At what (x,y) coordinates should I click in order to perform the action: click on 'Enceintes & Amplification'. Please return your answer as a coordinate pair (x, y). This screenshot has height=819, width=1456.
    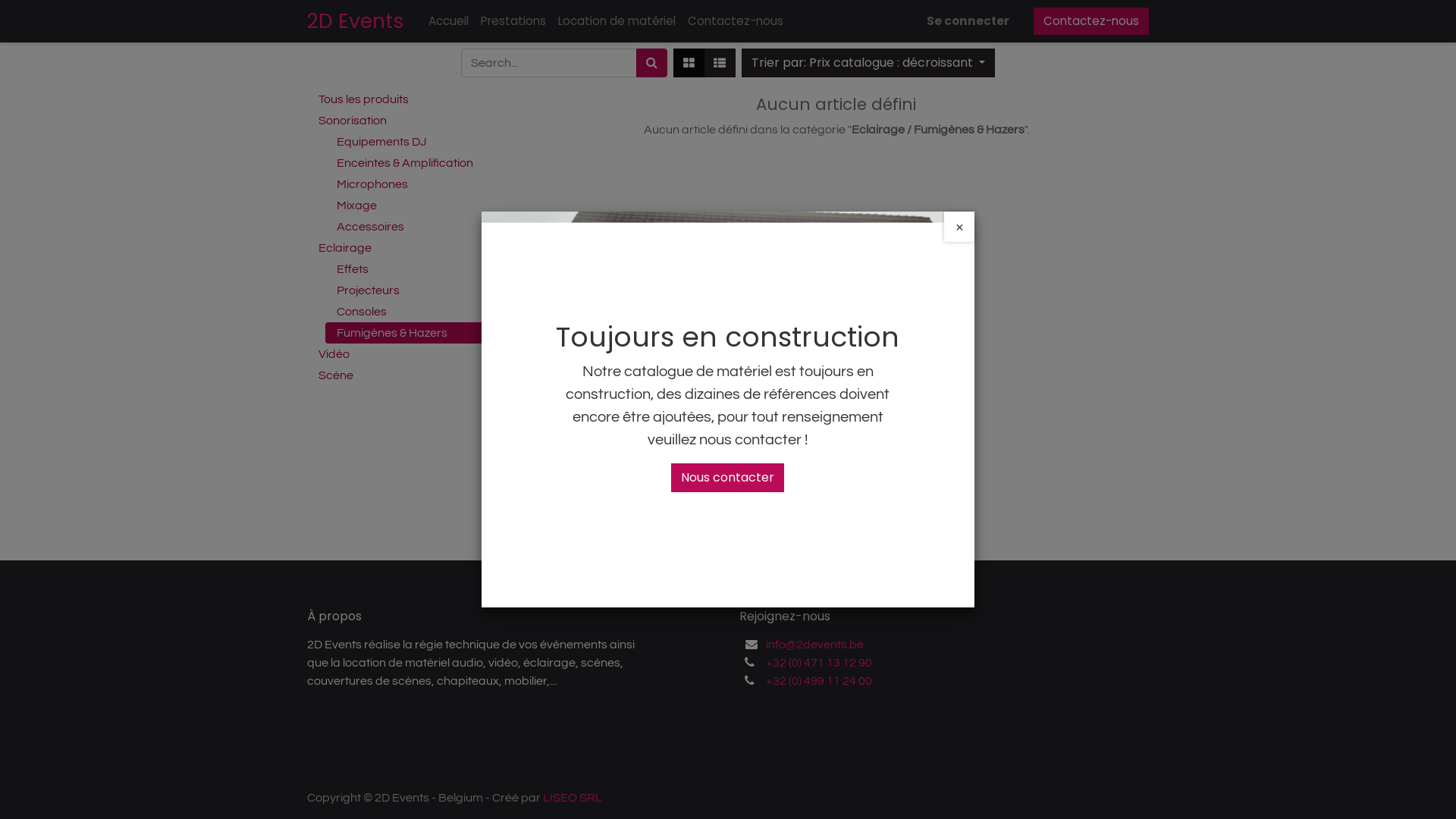
    Looking at the image, I should click on (324, 163).